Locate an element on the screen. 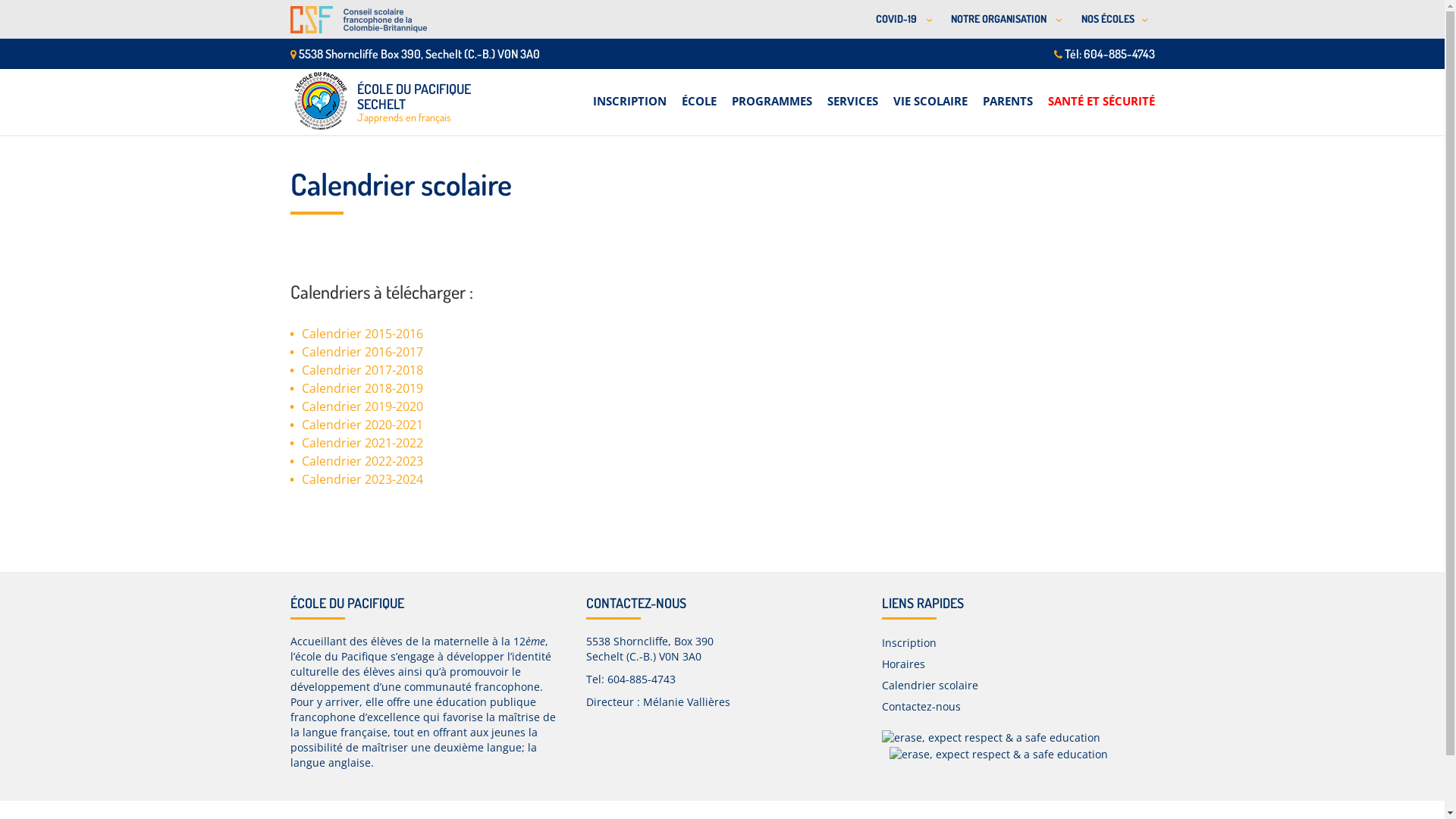 This screenshot has width=1456, height=819. 'PROGRAMMES' is located at coordinates (771, 93).